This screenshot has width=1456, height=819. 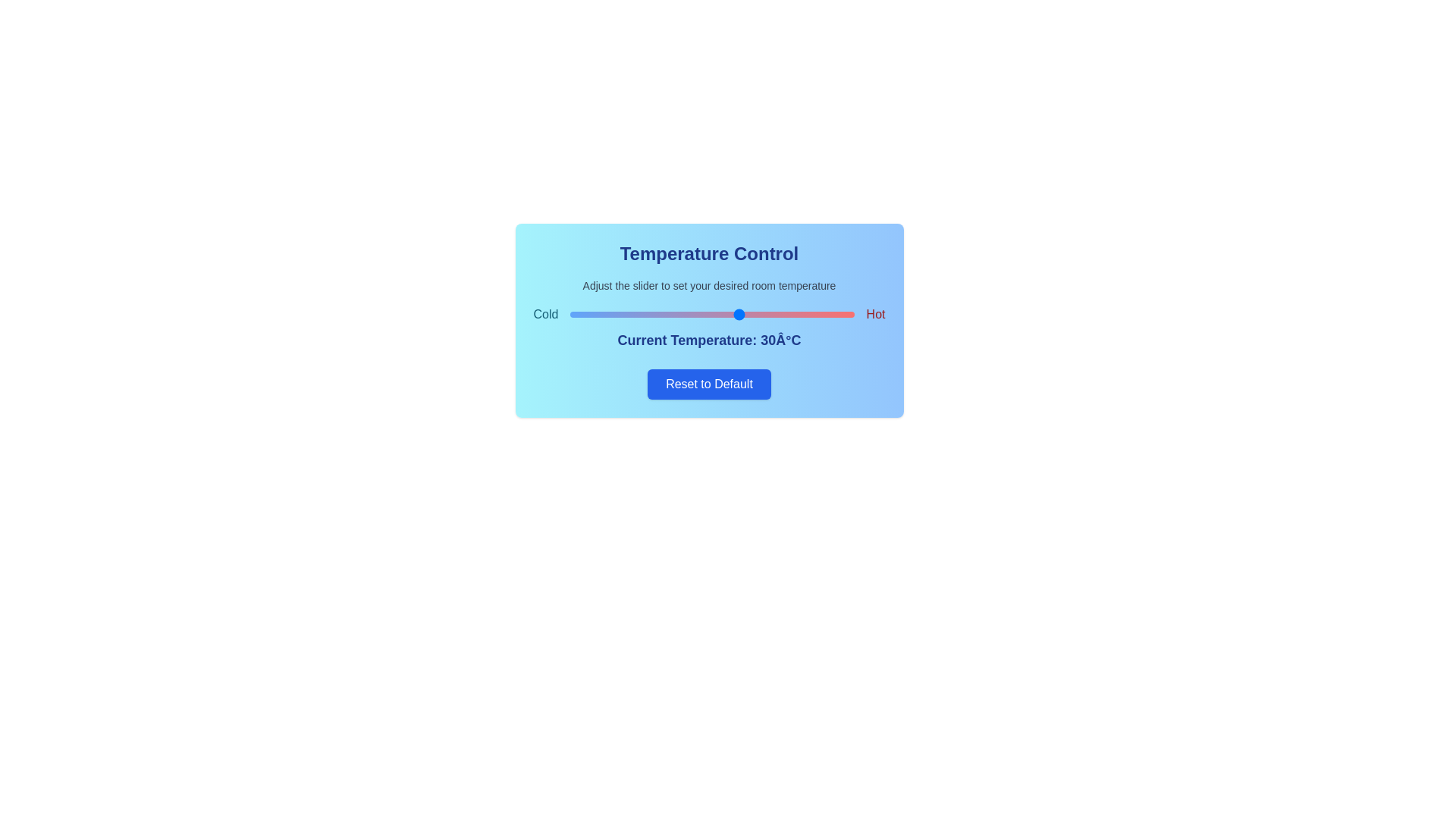 I want to click on 'Reset to Default' button to reset the temperature to the default value, so click(x=708, y=383).